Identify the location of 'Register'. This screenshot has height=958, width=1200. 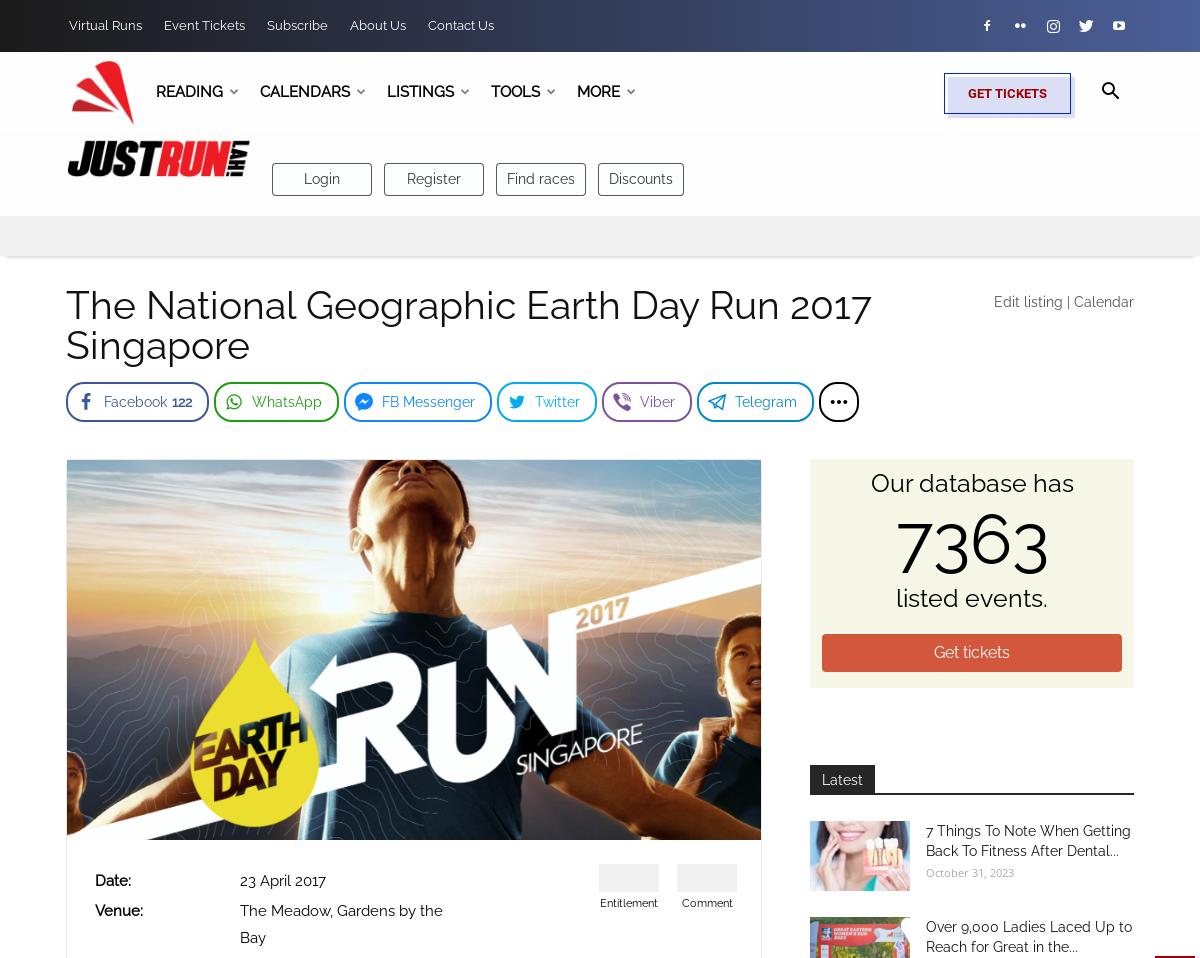
(434, 177).